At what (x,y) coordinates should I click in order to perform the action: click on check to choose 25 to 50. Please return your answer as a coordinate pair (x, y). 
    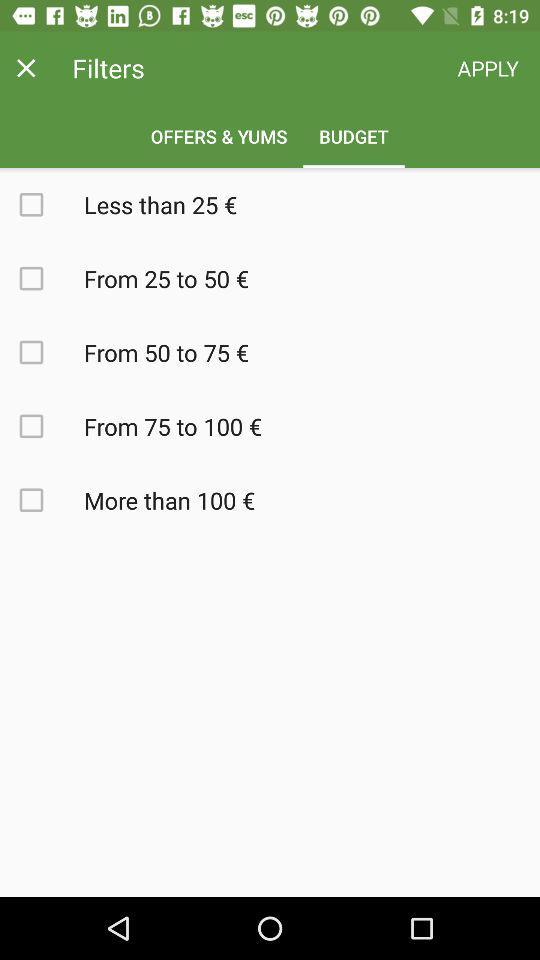
    Looking at the image, I should click on (42, 277).